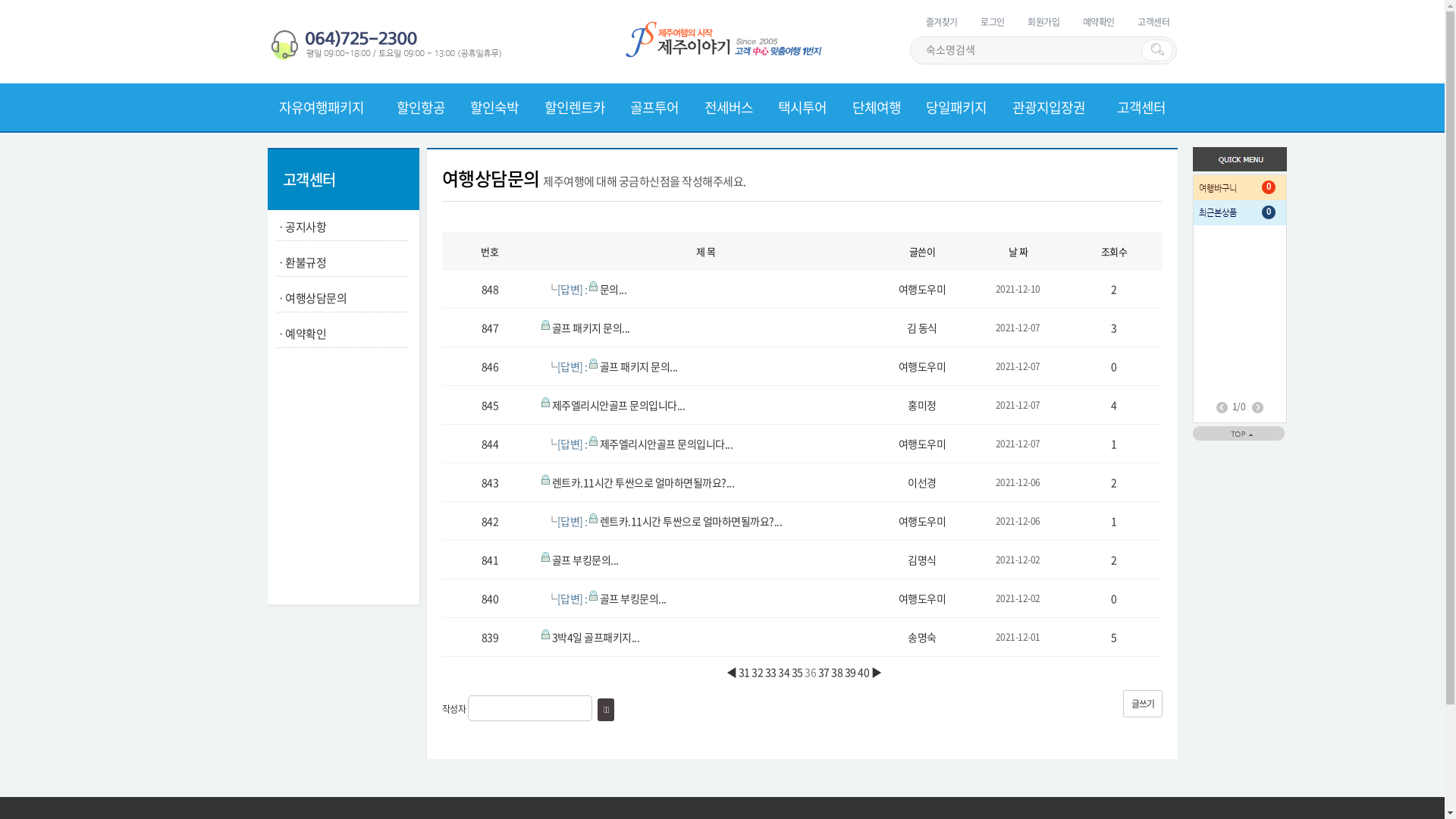 This screenshot has height=819, width=1456. I want to click on '40', so click(858, 671).